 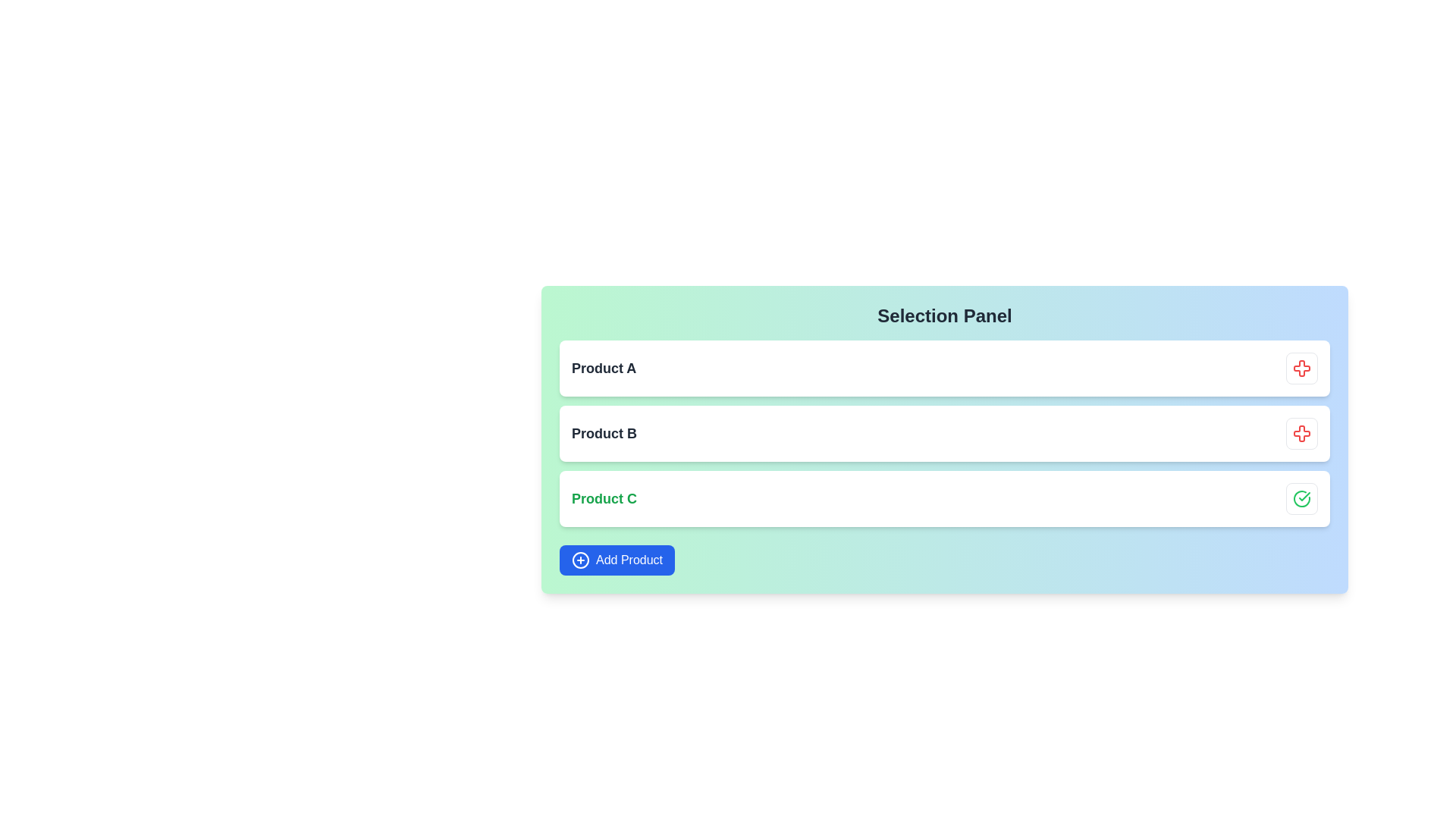 I want to click on the status conveyed by the green checkmark icon located in the rightmost section of the third list item labeled 'Product C', so click(x=1301, y=499).